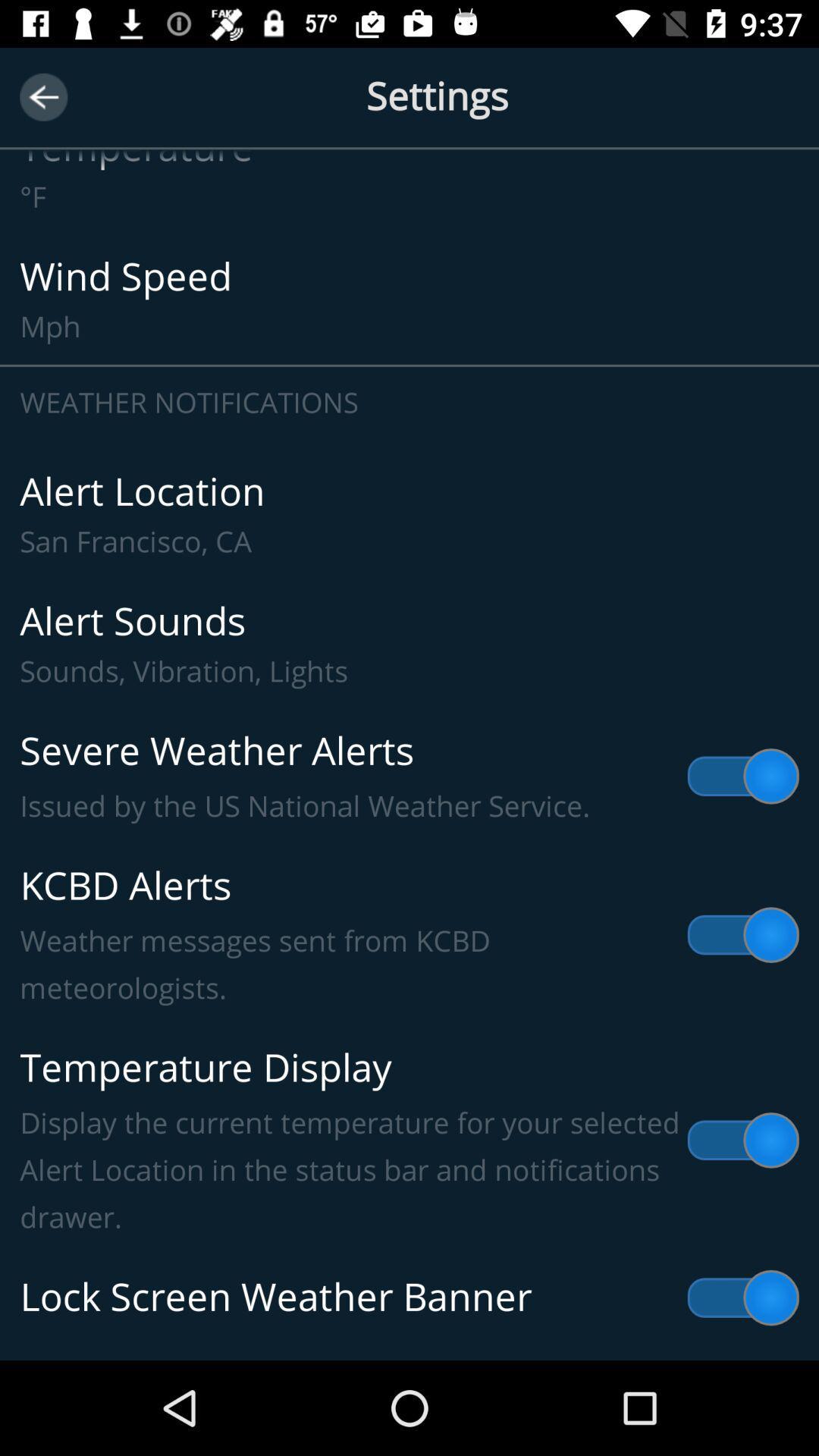 This screenshot has width=819, height=1456. What do you see at coordinates (42, 96) in the screenshot?
I see `the arrow_backward icon` at bounding box center [42, 96].